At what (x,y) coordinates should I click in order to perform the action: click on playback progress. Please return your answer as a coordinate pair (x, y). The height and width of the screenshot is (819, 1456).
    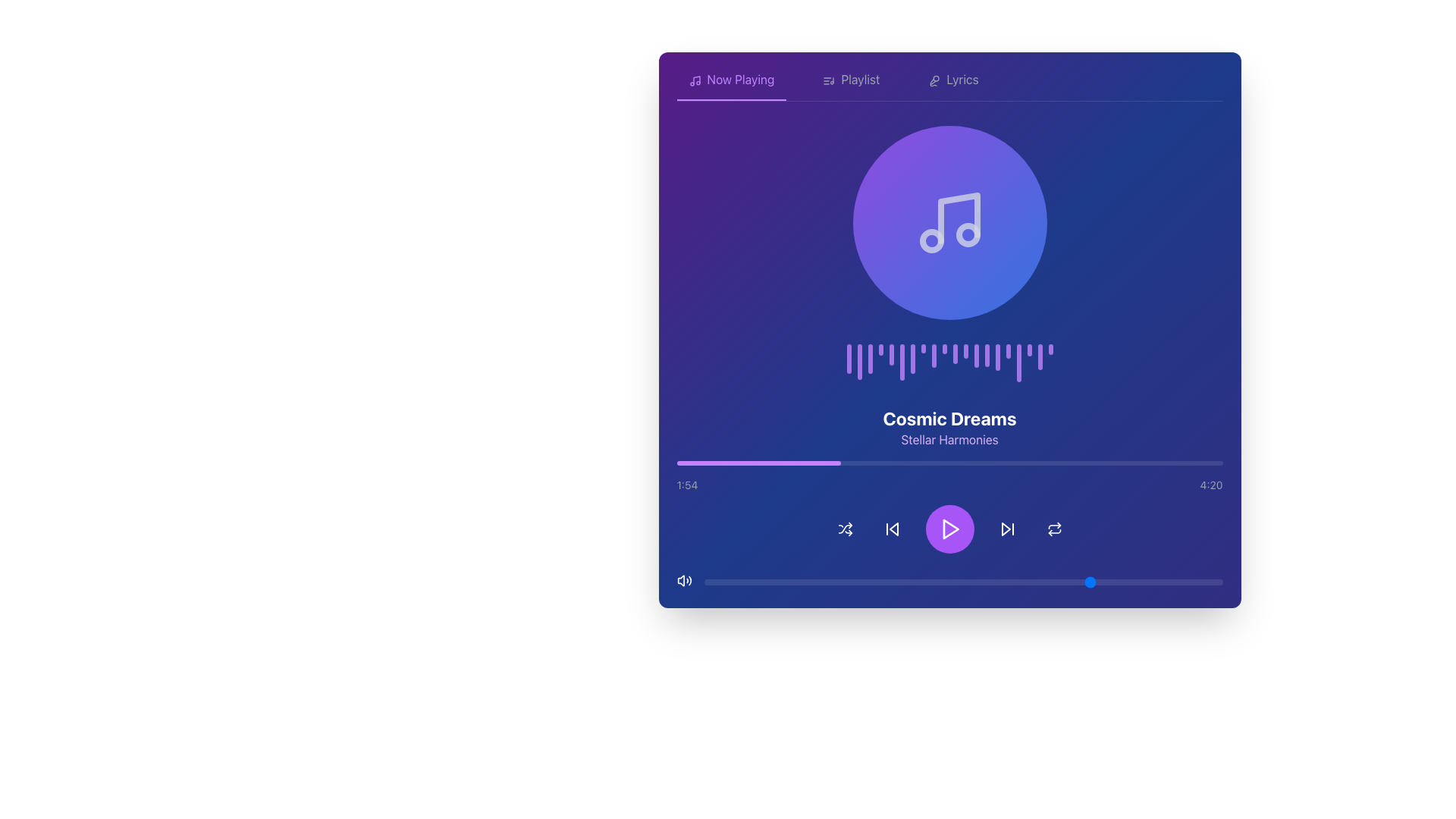
    Looking at the image, I should click on (836, 462).